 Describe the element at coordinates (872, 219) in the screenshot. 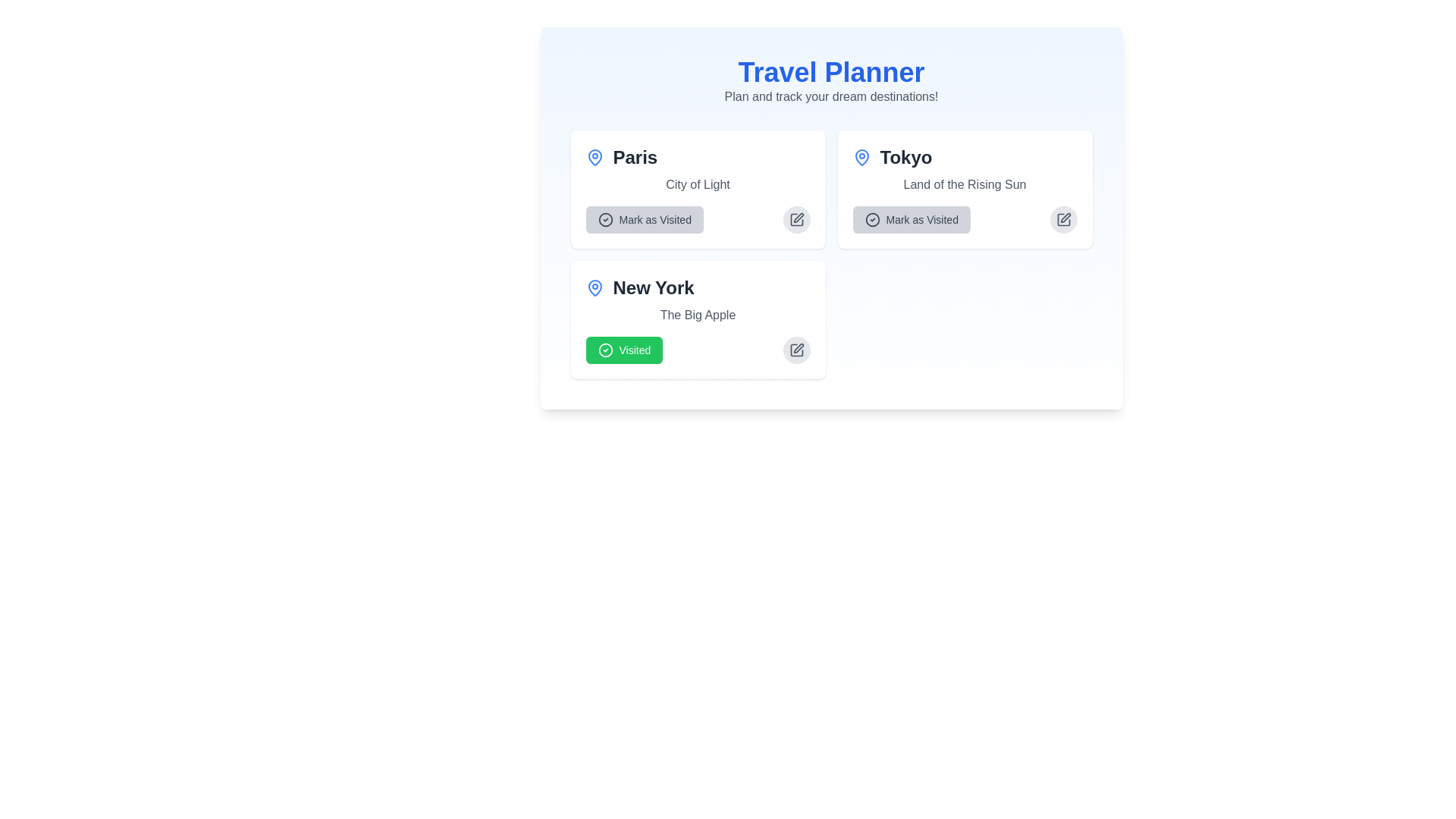

I see `the Circular vector graphic that is part of the 'Mark as Visited' button associated with 'Tokyo'` at that location.